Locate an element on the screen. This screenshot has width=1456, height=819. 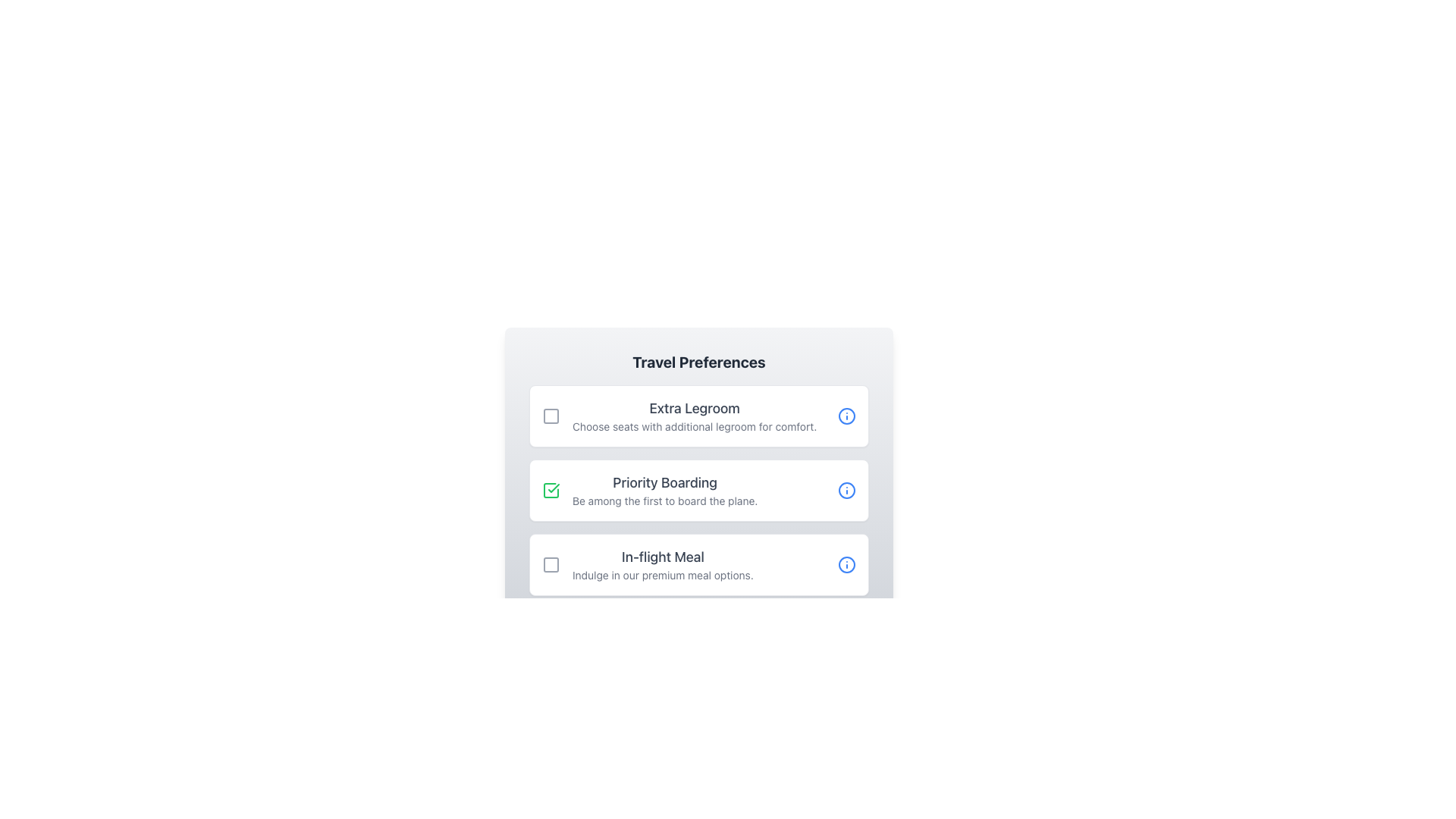
the checkbox for 'In-flight Meal' is located at coordinates (550, 564).